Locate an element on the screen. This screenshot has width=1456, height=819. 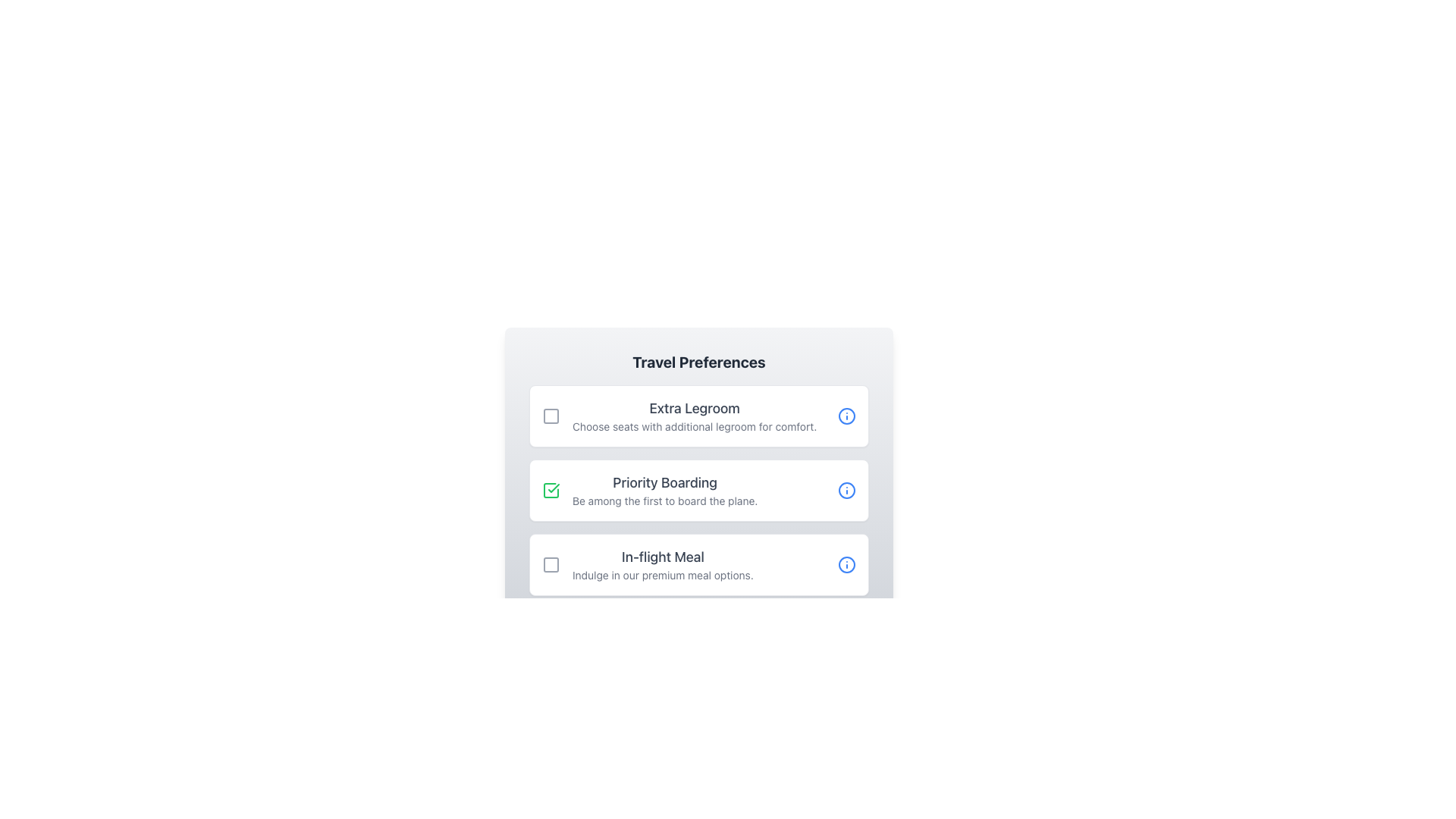
the checkbox for 'In-flight Meal' is located at coordinates (550, 564).